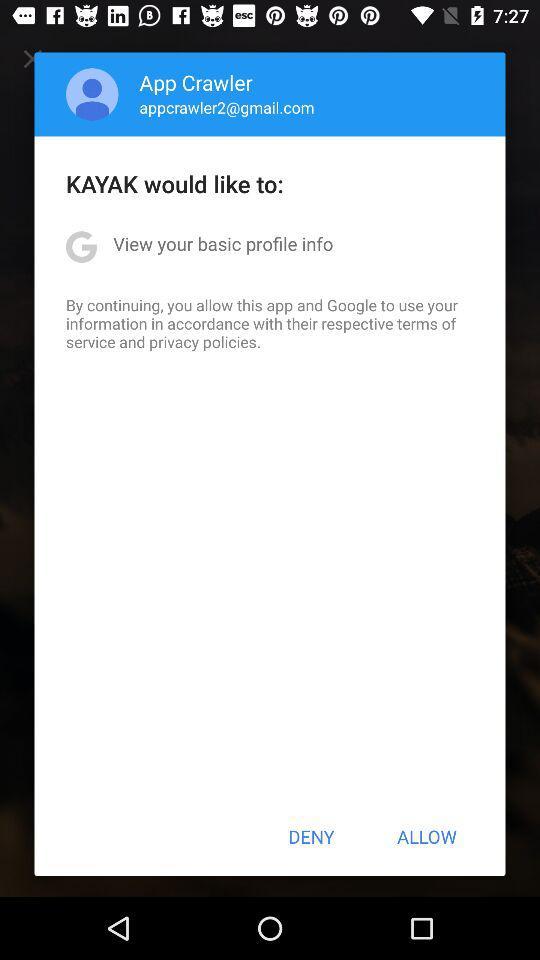 Image resolution: width=540 pixels, height=960 pixels. I want to click on app below the by continuing you app, so click(311, 836).